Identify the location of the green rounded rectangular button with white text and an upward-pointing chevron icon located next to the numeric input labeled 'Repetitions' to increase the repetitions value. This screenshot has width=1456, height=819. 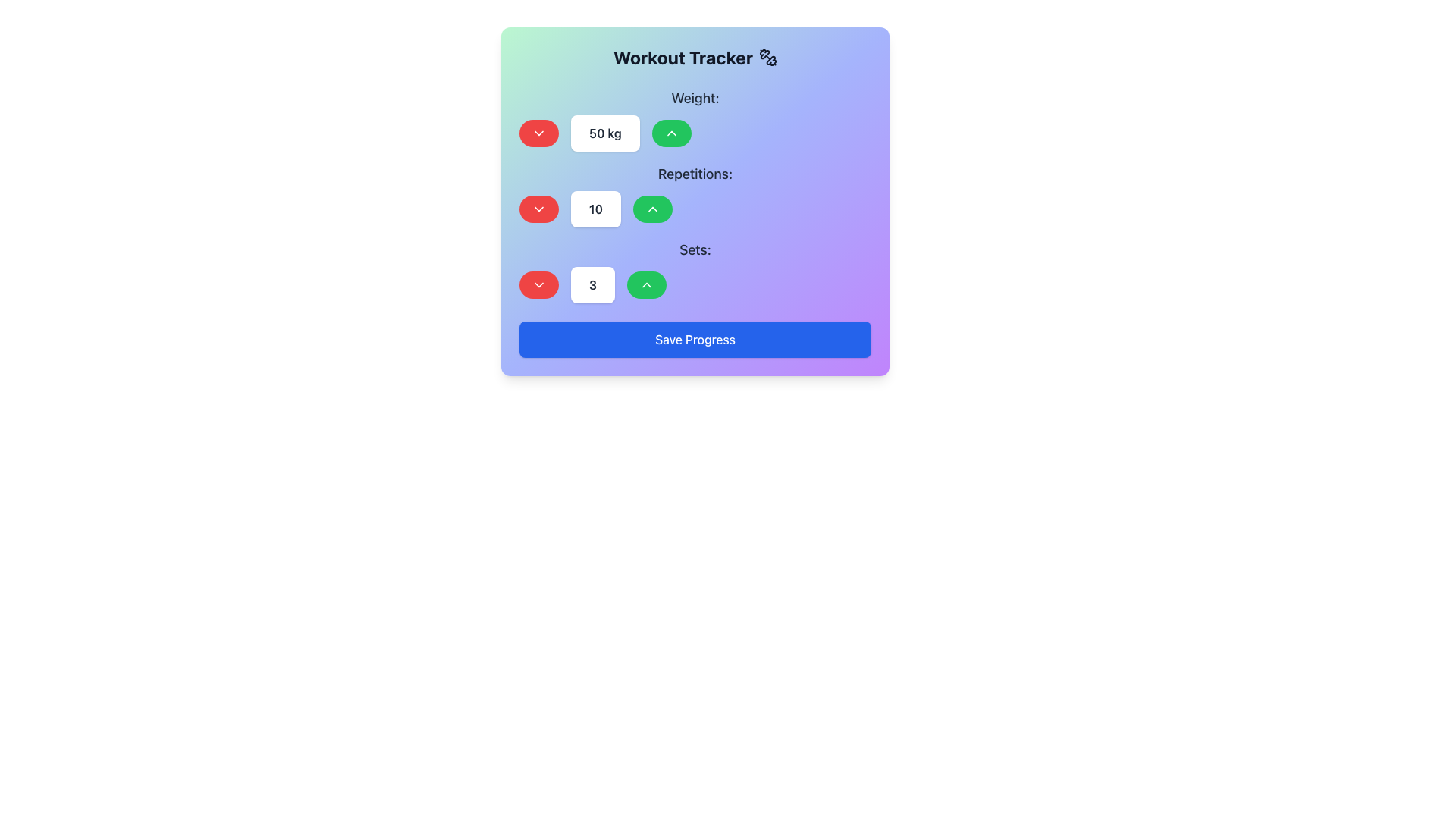
(652, 209).